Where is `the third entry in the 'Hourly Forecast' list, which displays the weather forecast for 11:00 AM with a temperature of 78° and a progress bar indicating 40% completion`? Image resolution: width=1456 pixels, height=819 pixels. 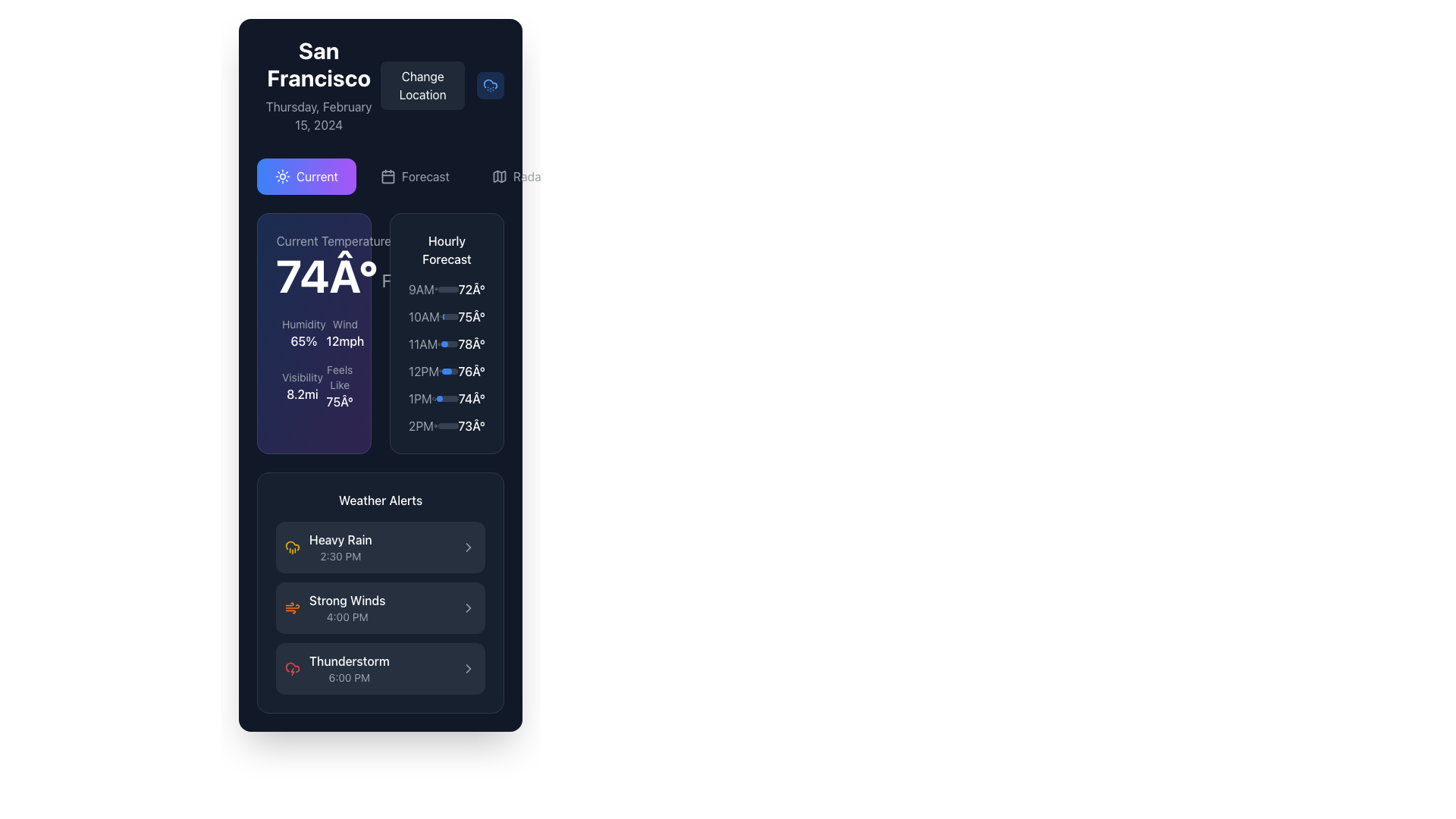 the third entry in the 'Hourly Forecast' list, which displays the weather forecast for 11:00 AM with a temperature of 78° and a progress bar indicating 40% completion is located at coordinates (446, 344).